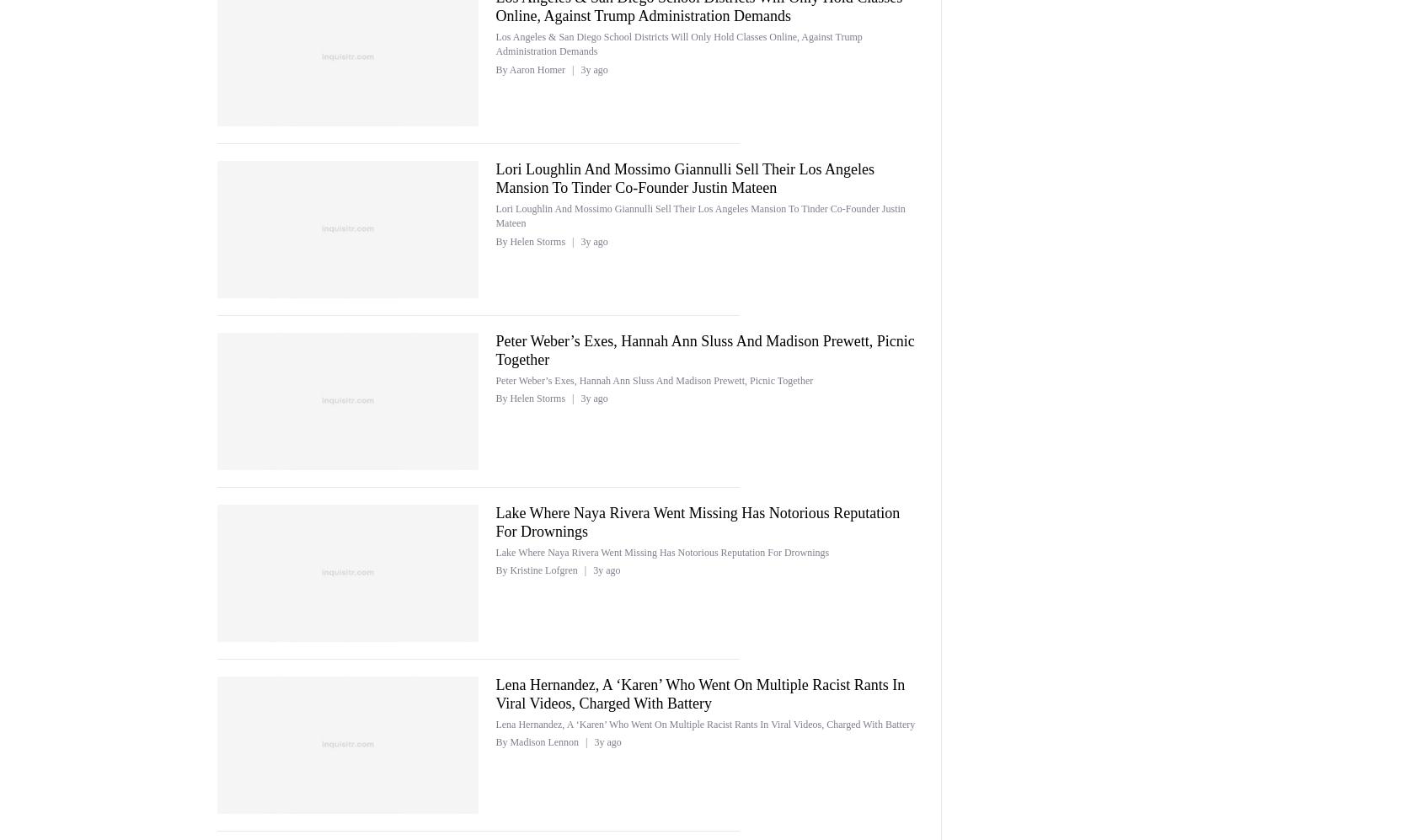  What do you see at coordinates (531, 67) in the screenshot?
I see `'By Aaron Homer'` at bounding box center [531, 67].